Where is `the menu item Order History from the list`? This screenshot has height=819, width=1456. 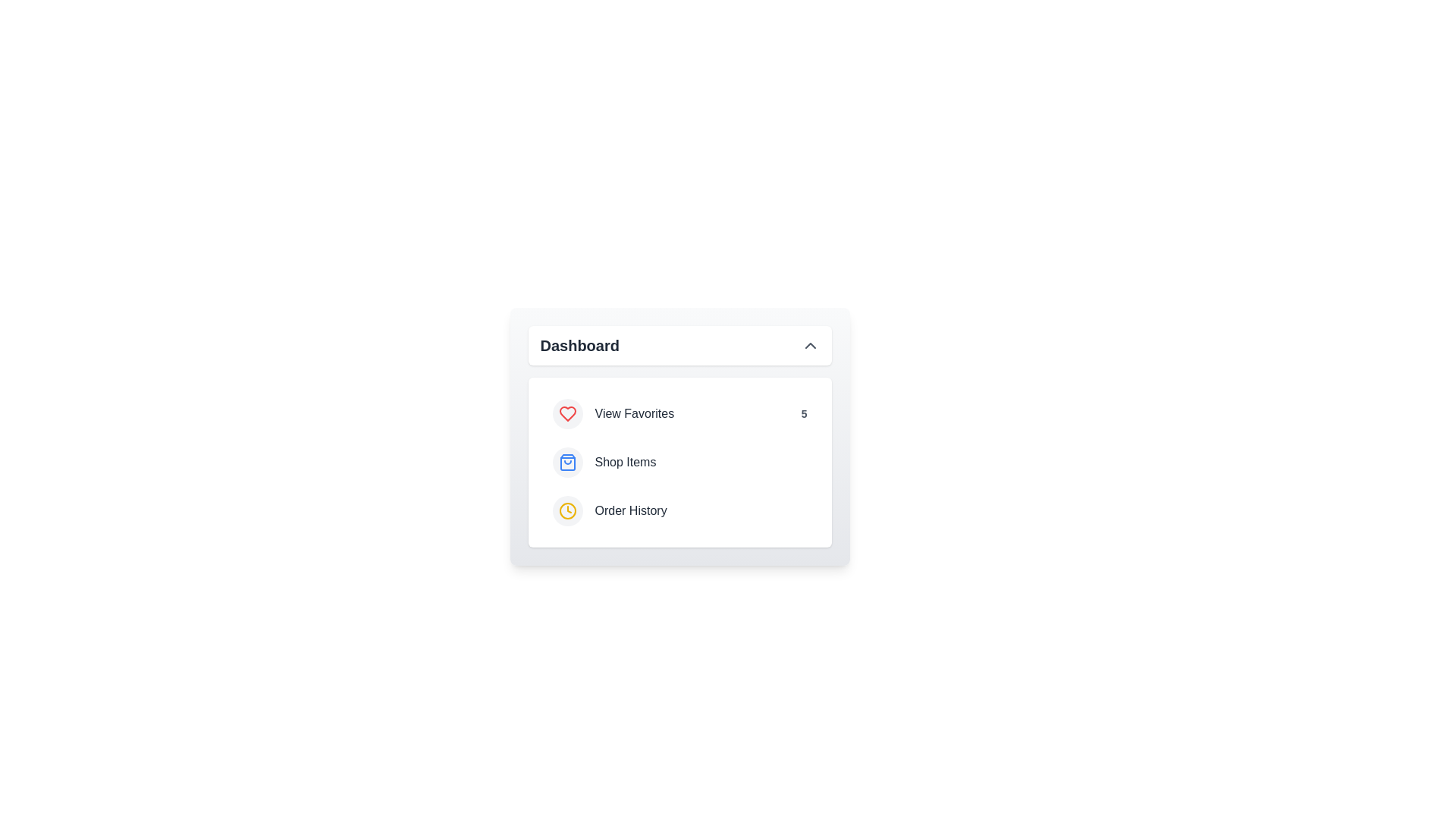 the menu item Order History from the list is located at coordinates (679, 511).